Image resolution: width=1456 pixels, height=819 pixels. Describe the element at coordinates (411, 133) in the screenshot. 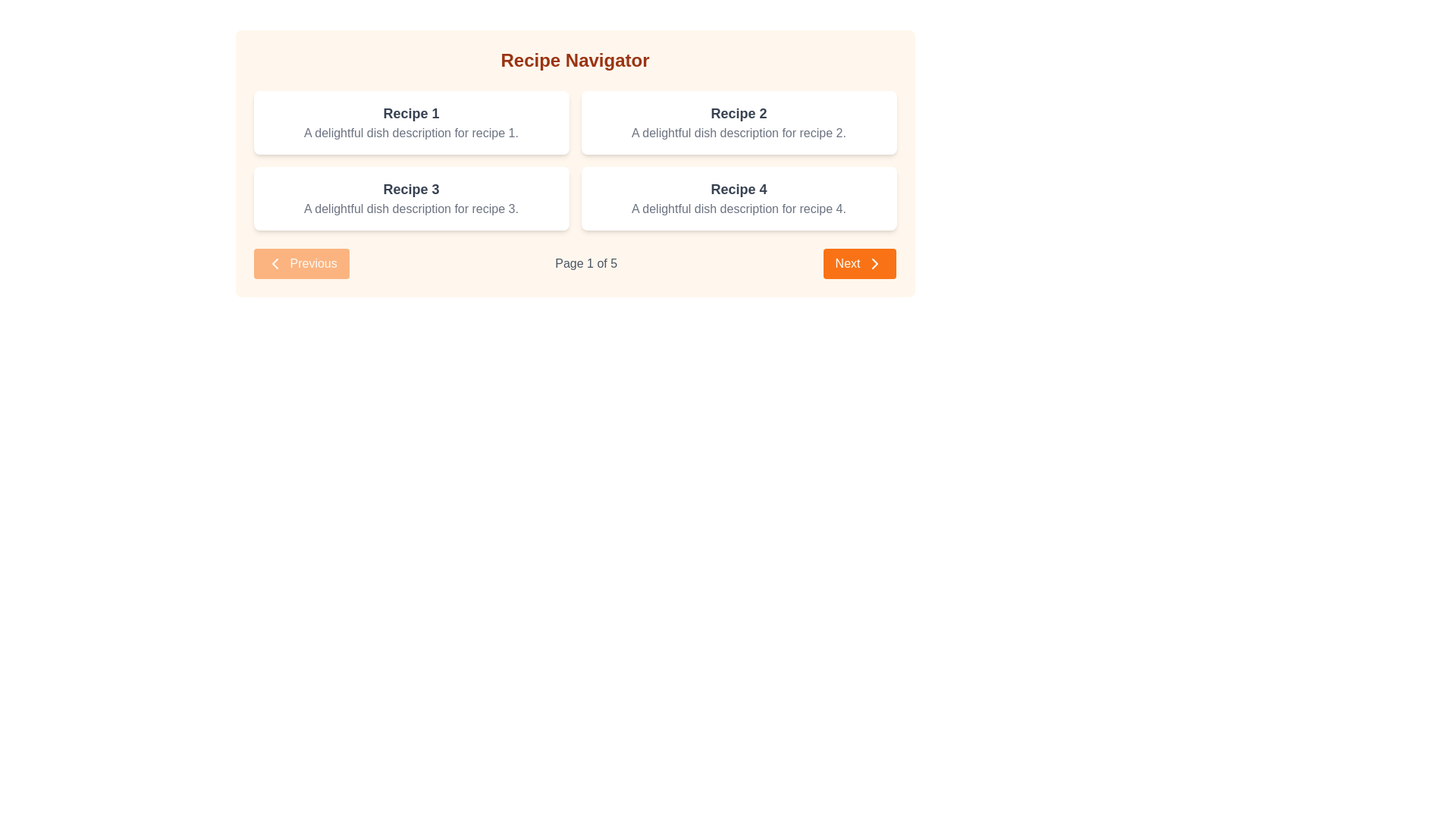

I see `description text 'A delightful dish description for recipe 1.' located within the white rounded-cornered card below the title 'Recipe 1' in the Recipe Navigator interface` at that location.